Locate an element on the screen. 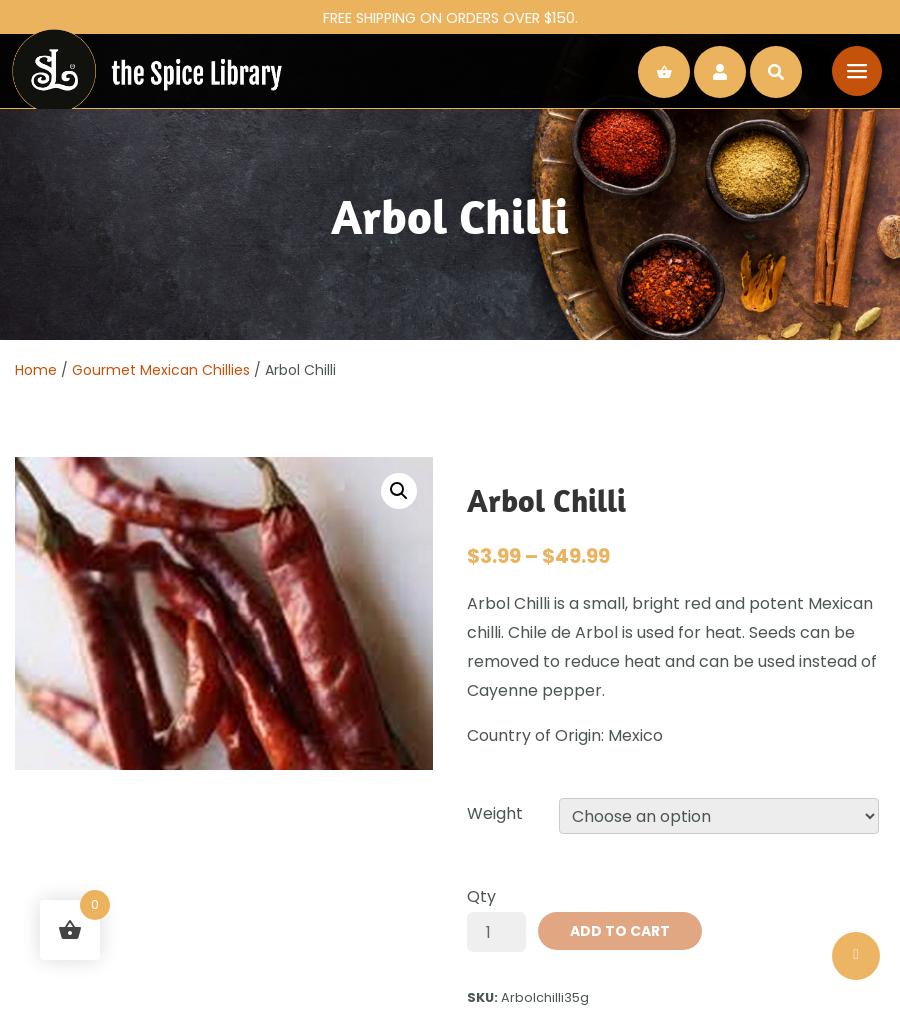  'Continue shopping' is located at coordinates (449, 75).